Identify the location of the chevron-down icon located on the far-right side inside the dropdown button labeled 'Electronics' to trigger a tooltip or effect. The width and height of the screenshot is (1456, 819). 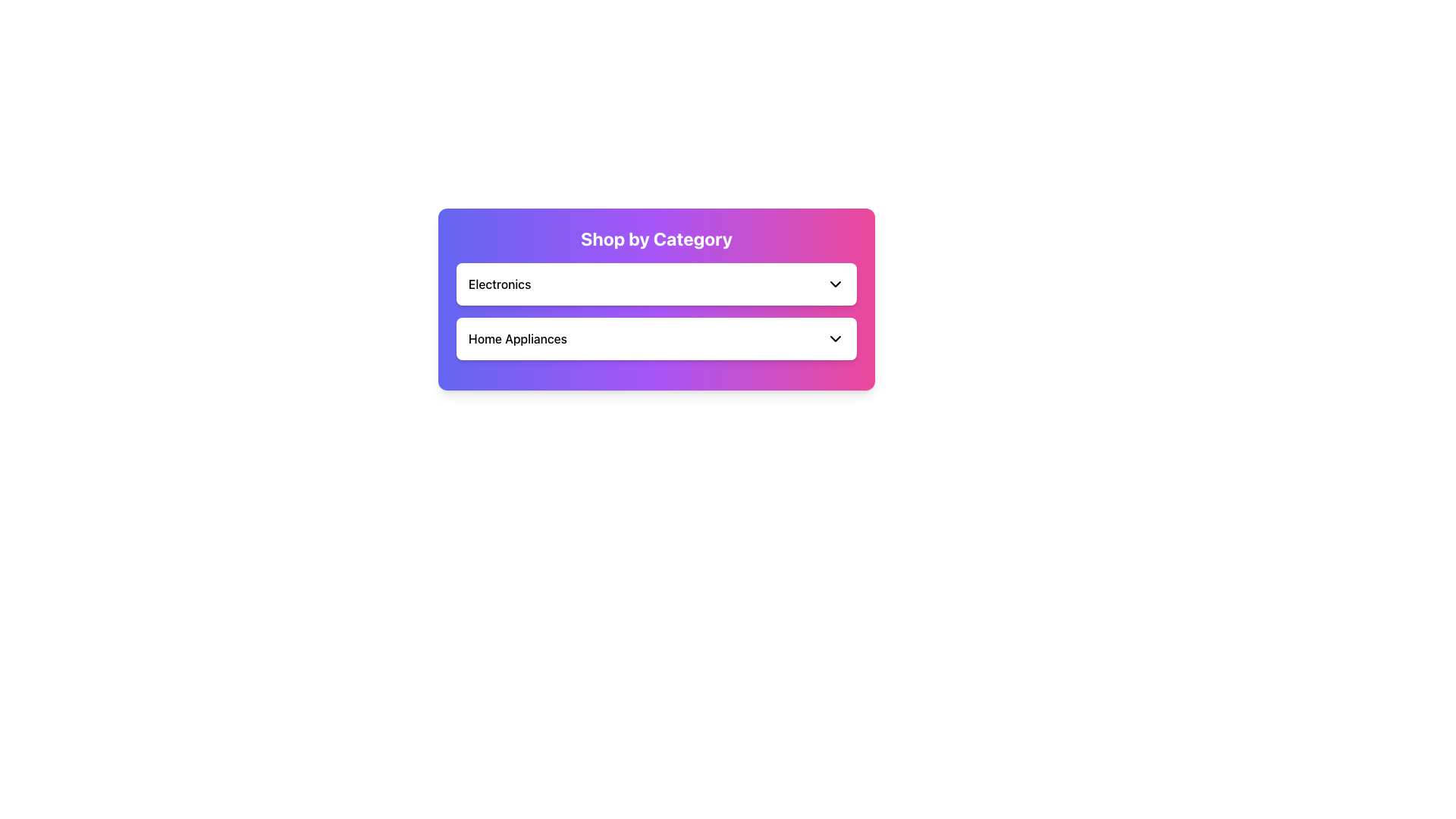
(835, 284).